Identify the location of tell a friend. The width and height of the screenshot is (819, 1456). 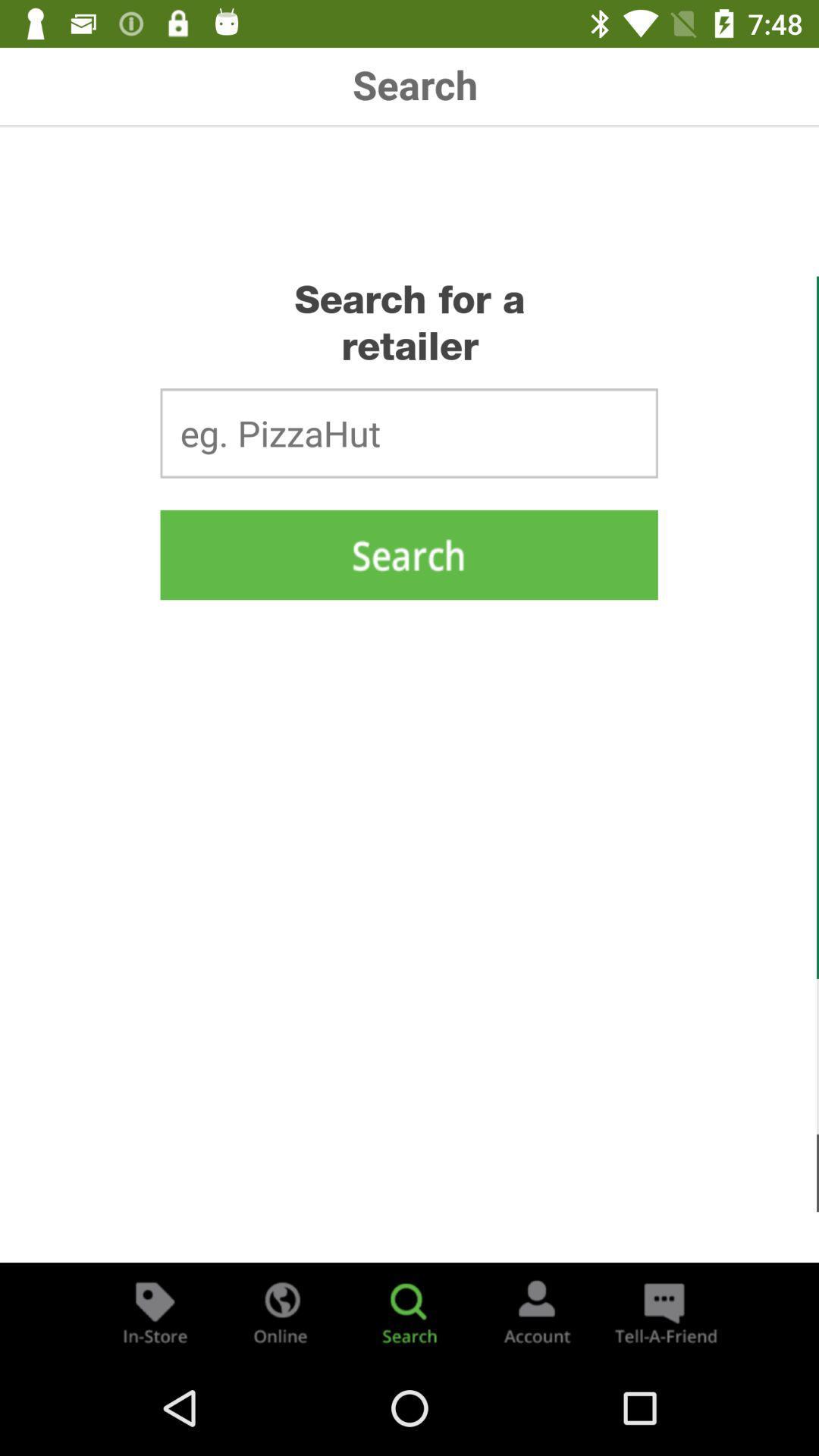
(663, 1310).